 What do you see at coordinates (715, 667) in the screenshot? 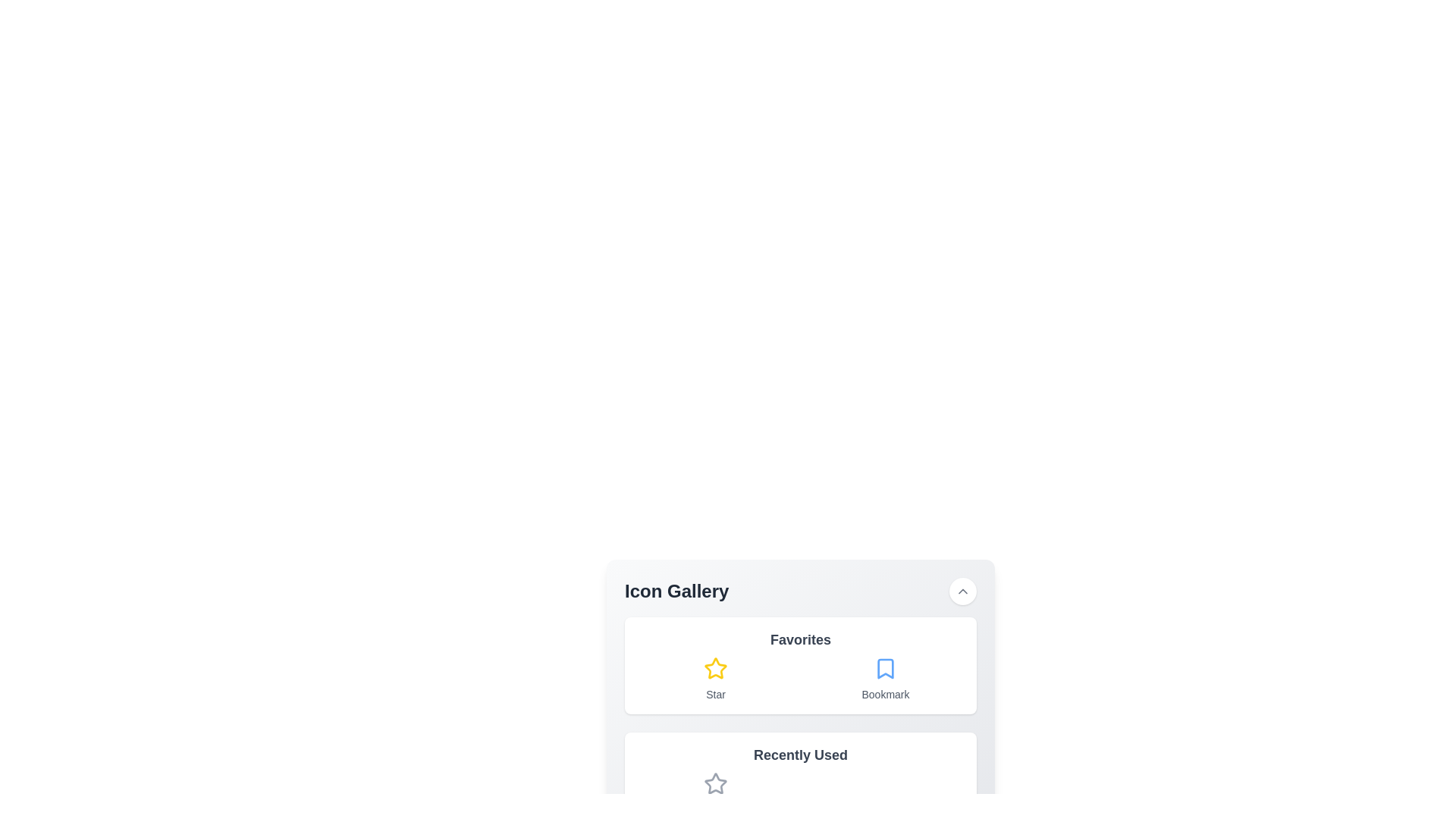
I see `the yellow star icon located in the 'Favorites' section of the 'Icon Gallery'` at bounding box center [715, 667].